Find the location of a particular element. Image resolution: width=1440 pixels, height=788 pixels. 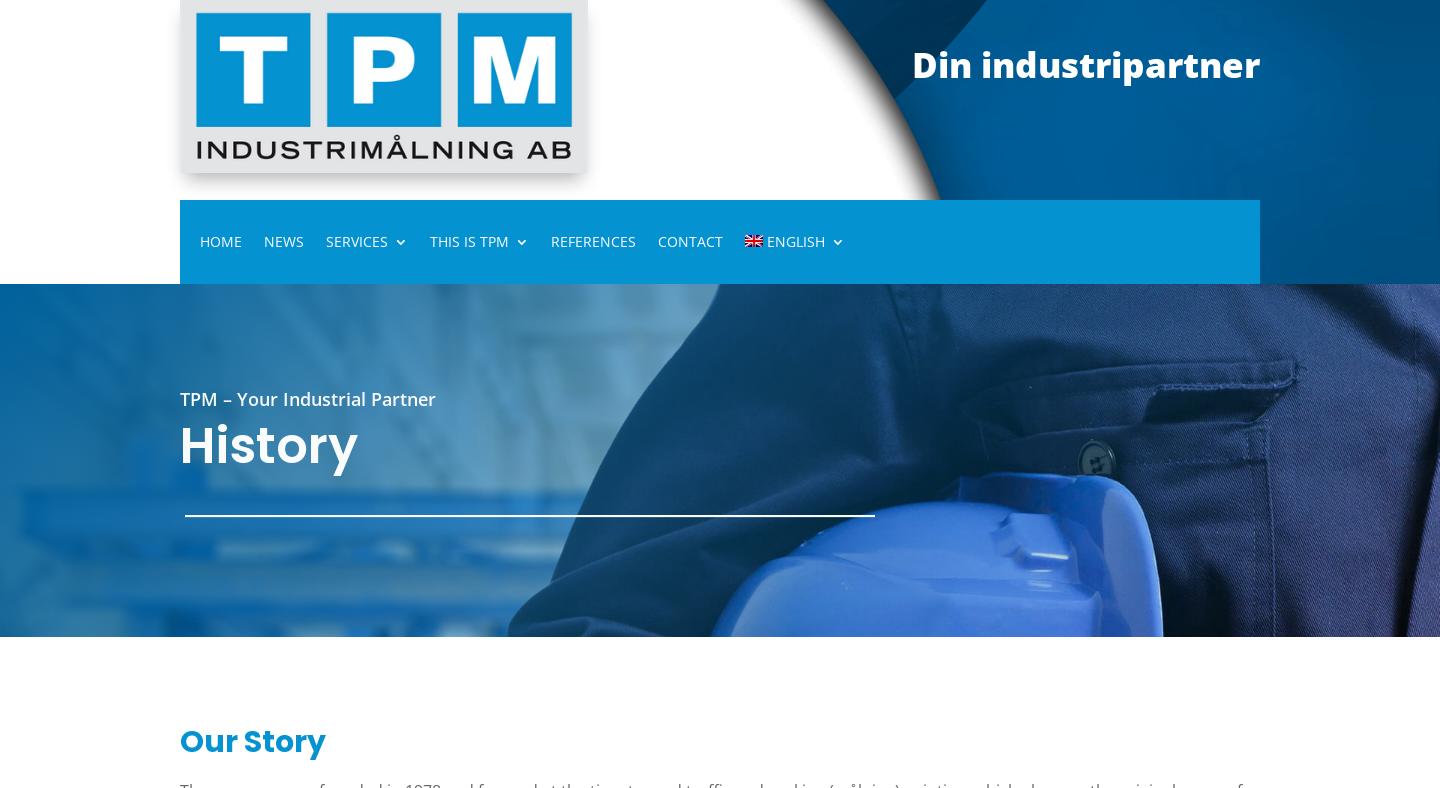

'Contact' is located at coordinates (690, 240).